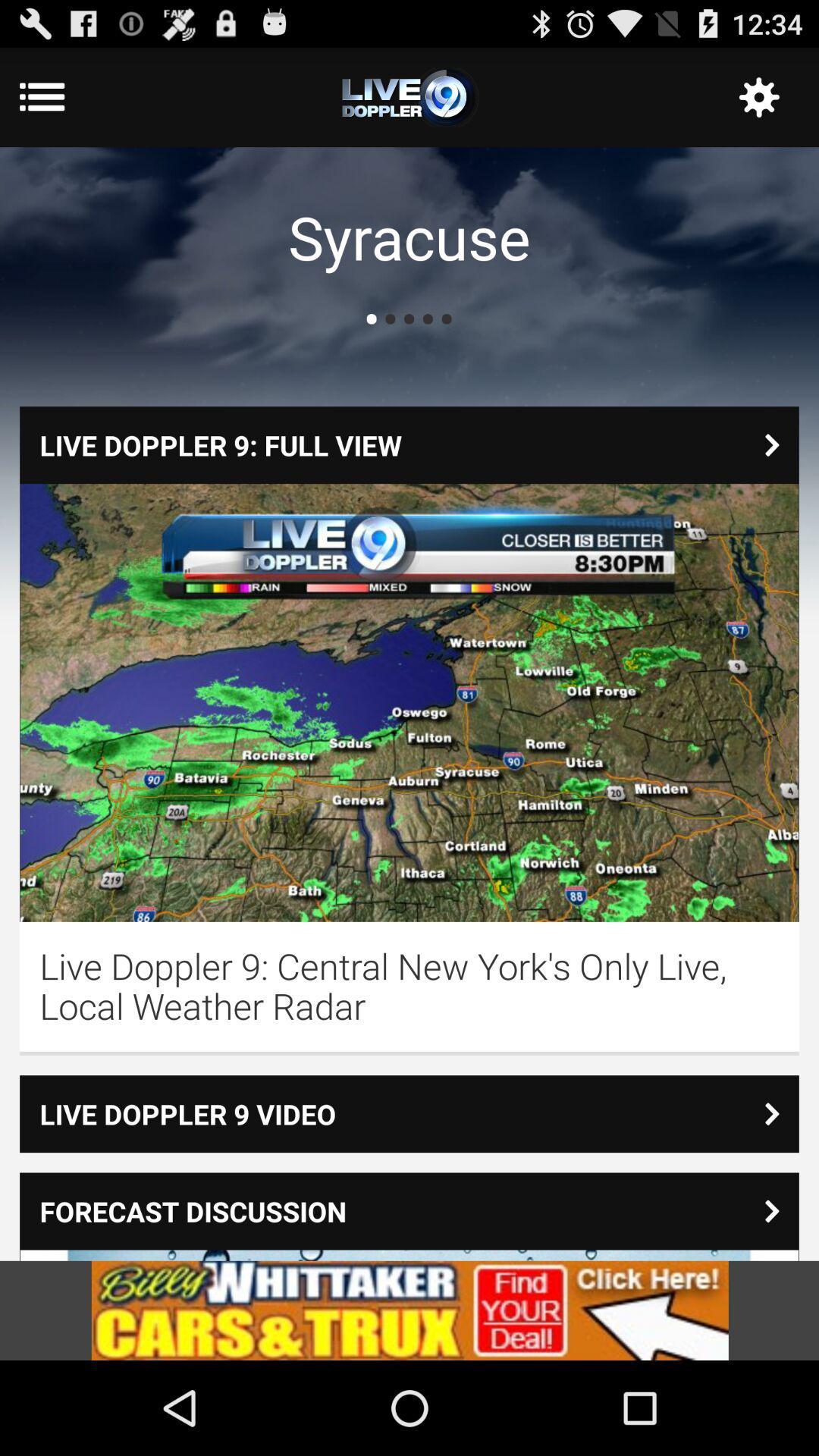 Image resolution: width=819 pixels, height=1456 pixels. I want to click on click advertisement, so click(409, 1310).